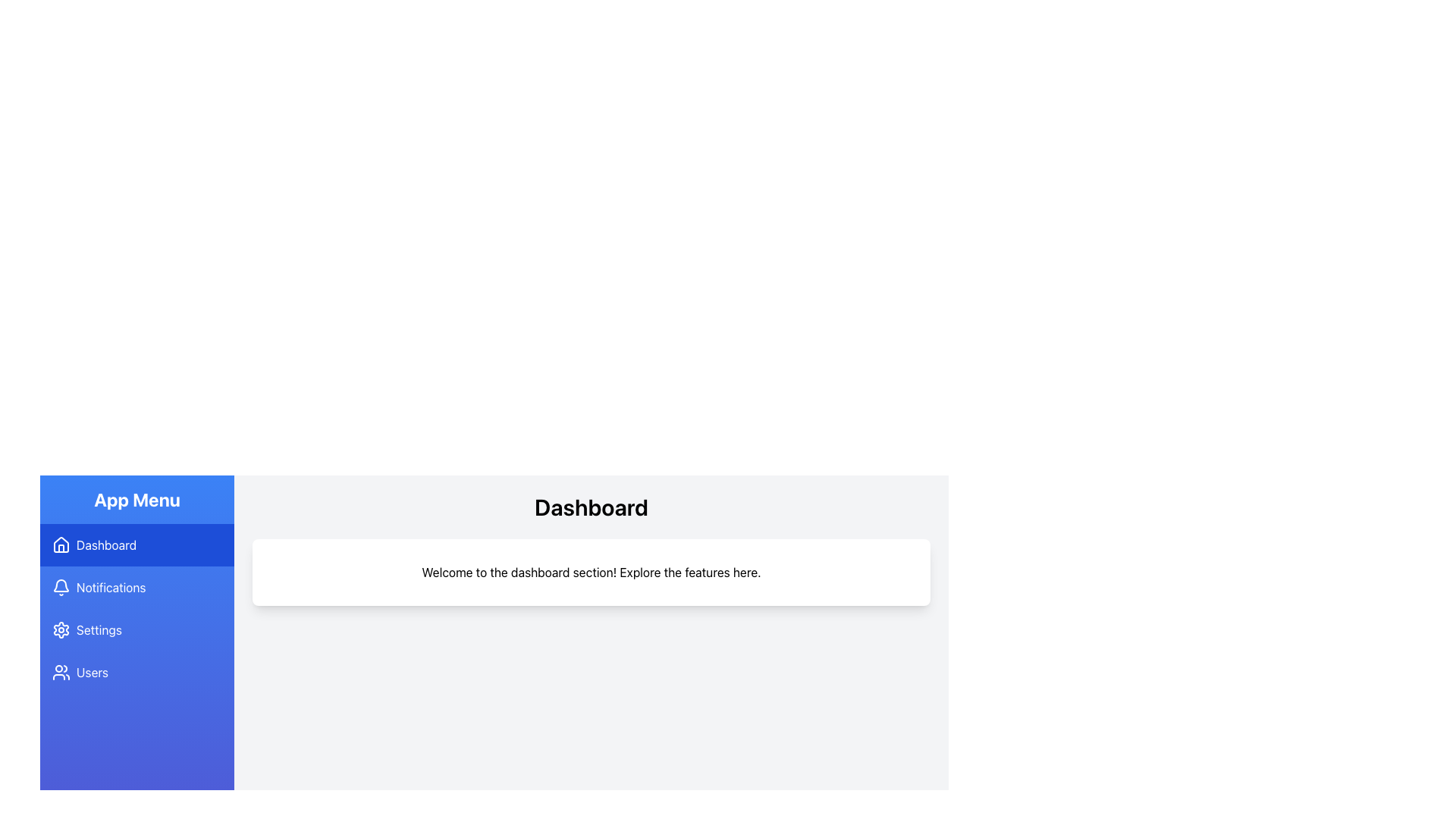 This screenshot has width=1456, height=819. I want to click on the 'Dashboard' text label in the sidebar menu, which is positioned just below the 'App Menu' label and accompanied by a house icon, so click(105, 544).